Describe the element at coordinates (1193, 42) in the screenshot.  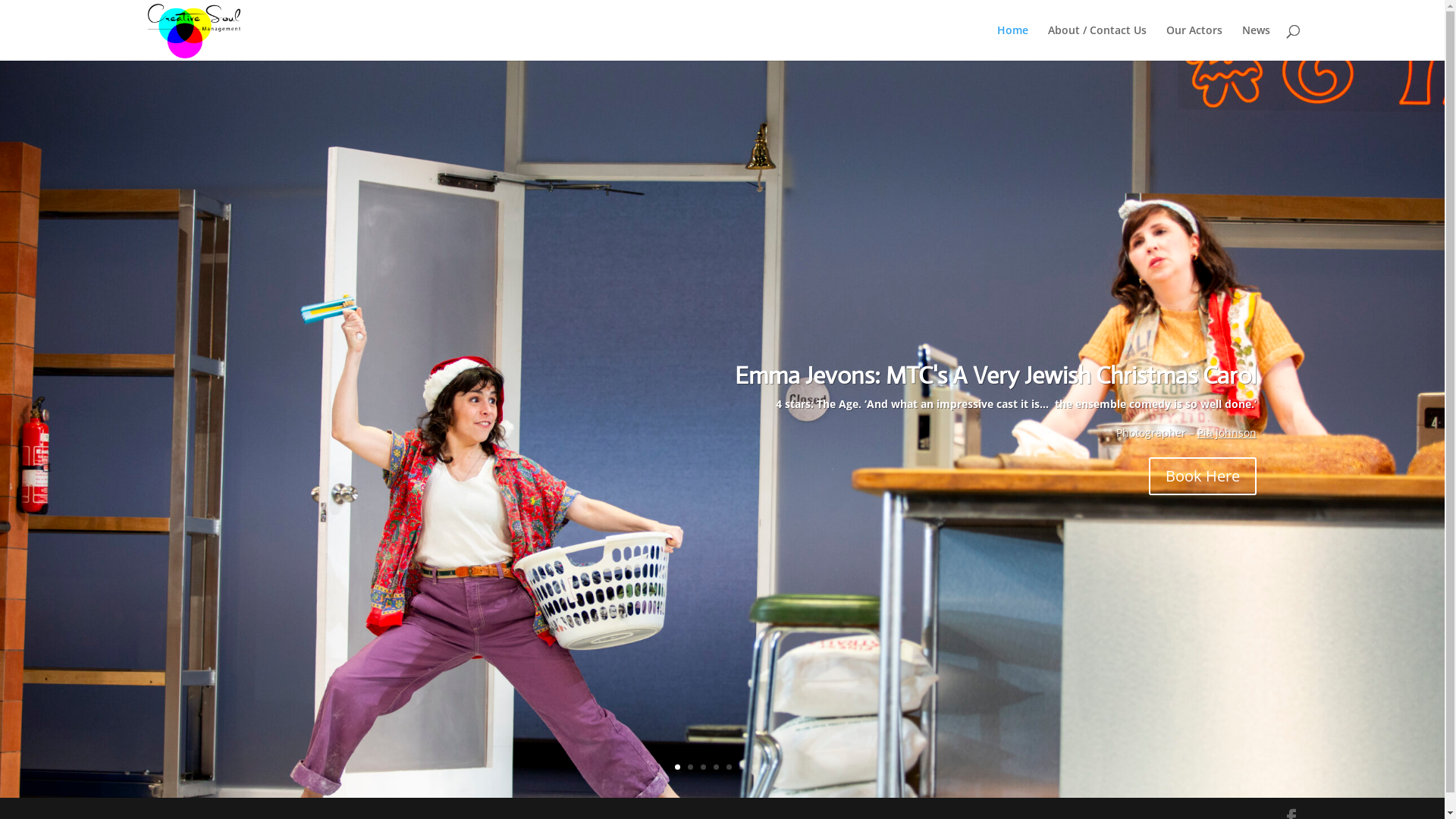
I see `'Our Actors'` at that location.